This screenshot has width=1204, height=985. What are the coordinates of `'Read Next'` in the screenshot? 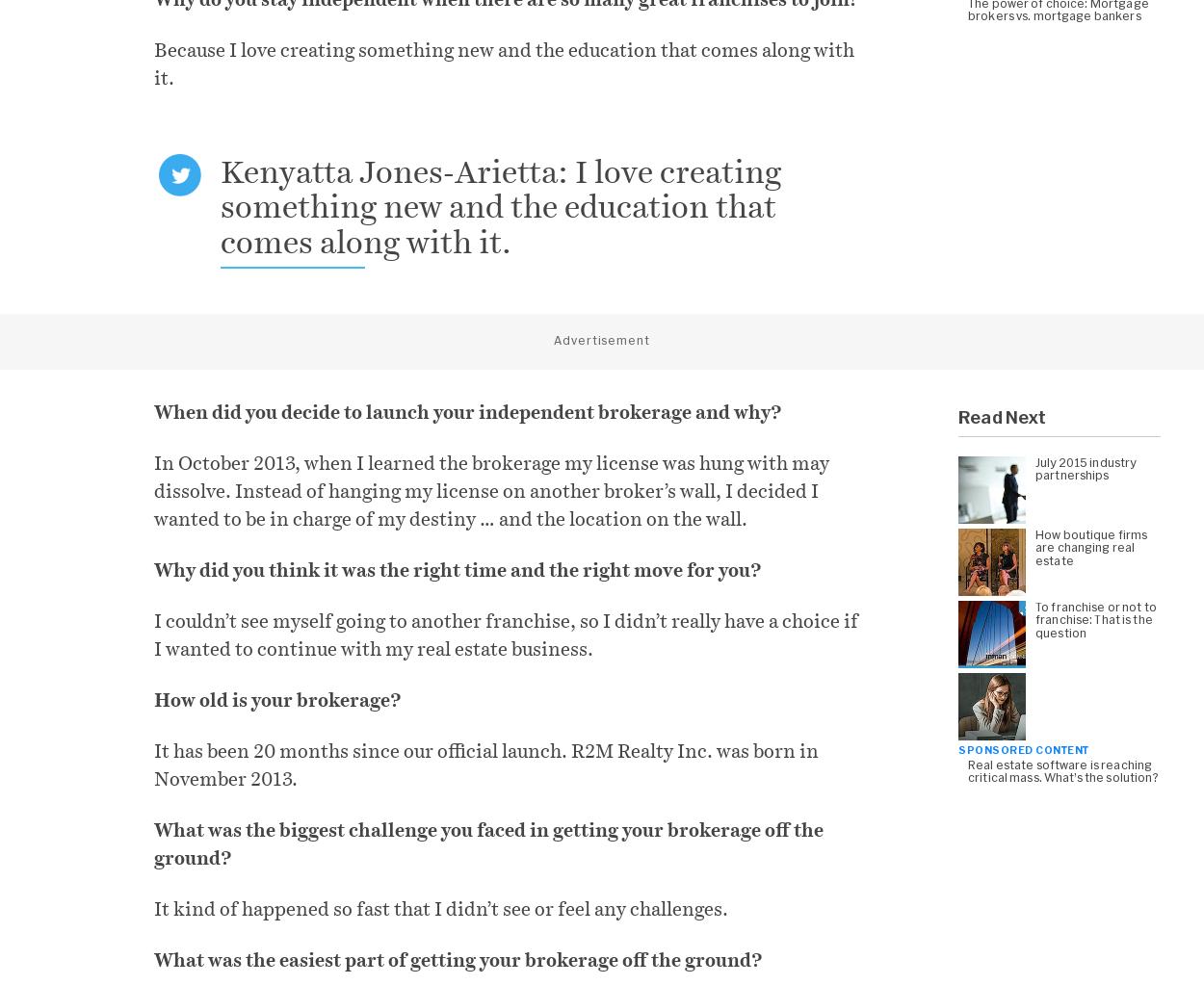 It's located at (1002, 417).